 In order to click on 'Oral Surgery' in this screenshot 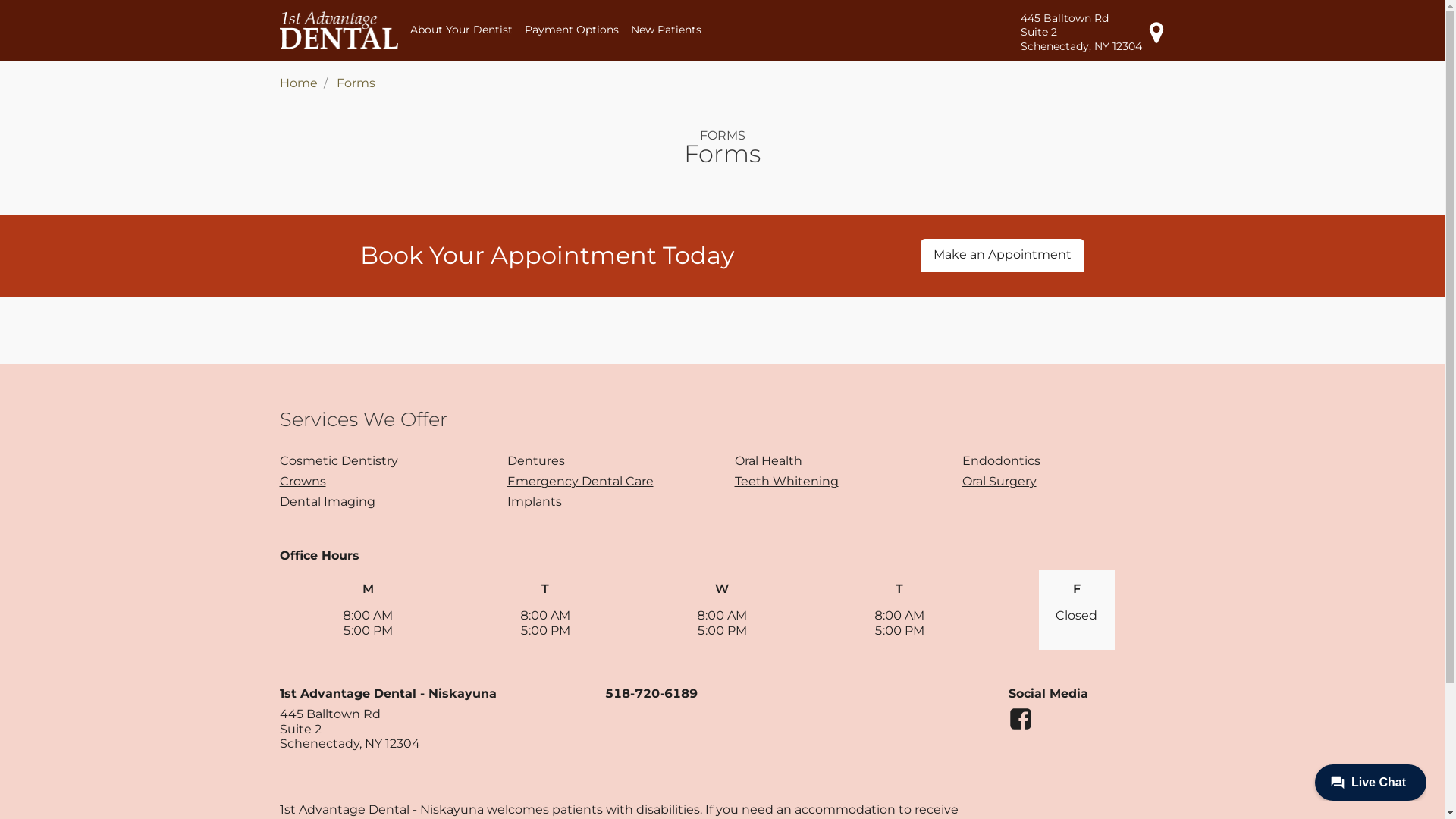, I will do `click(998, 481)`.